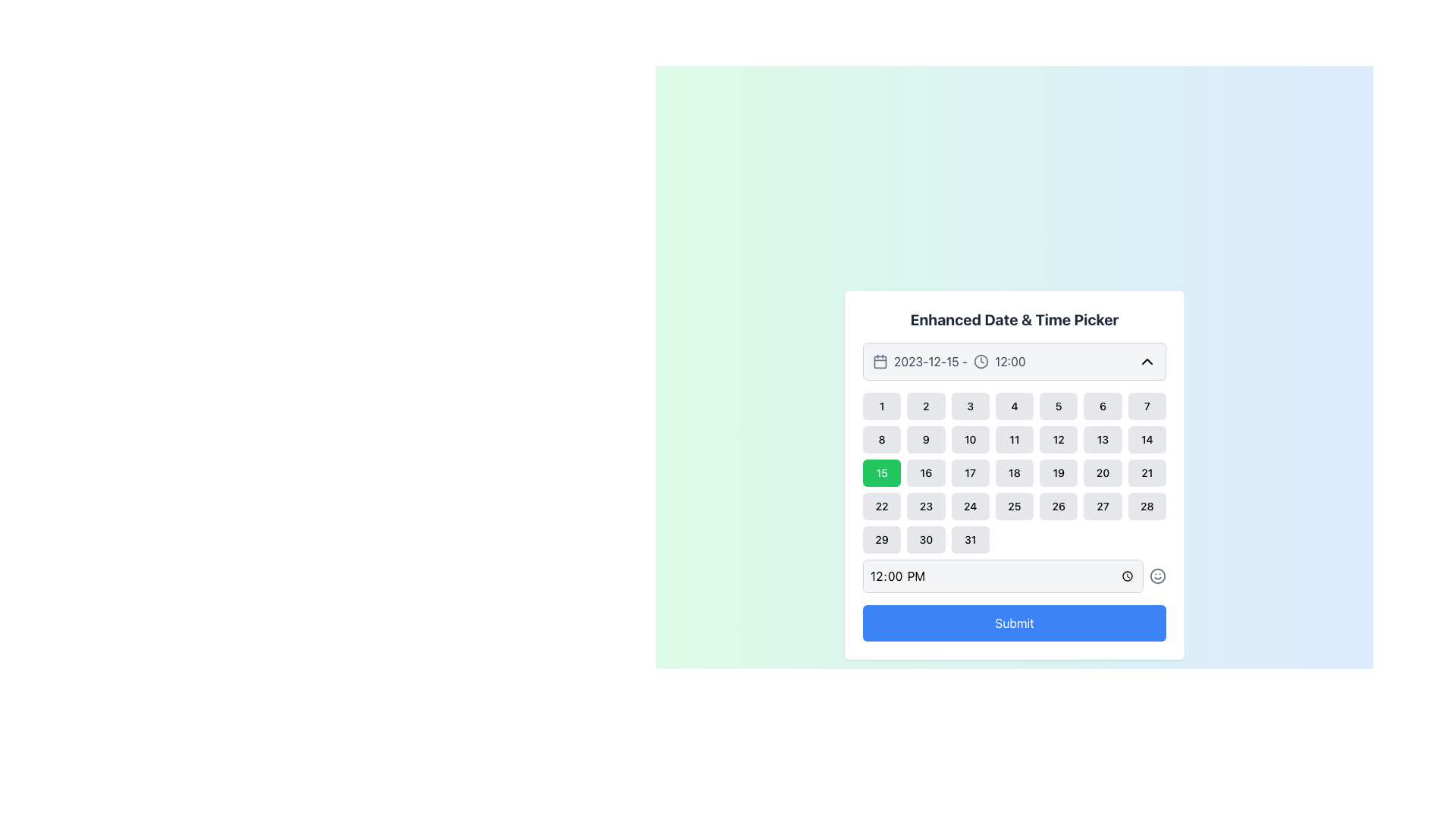  What do you see at coordinates (1103, 406) in the screenshot?
I see `the button labeled '6' in the grid calendar layout` at bounding box center [1103, 406].